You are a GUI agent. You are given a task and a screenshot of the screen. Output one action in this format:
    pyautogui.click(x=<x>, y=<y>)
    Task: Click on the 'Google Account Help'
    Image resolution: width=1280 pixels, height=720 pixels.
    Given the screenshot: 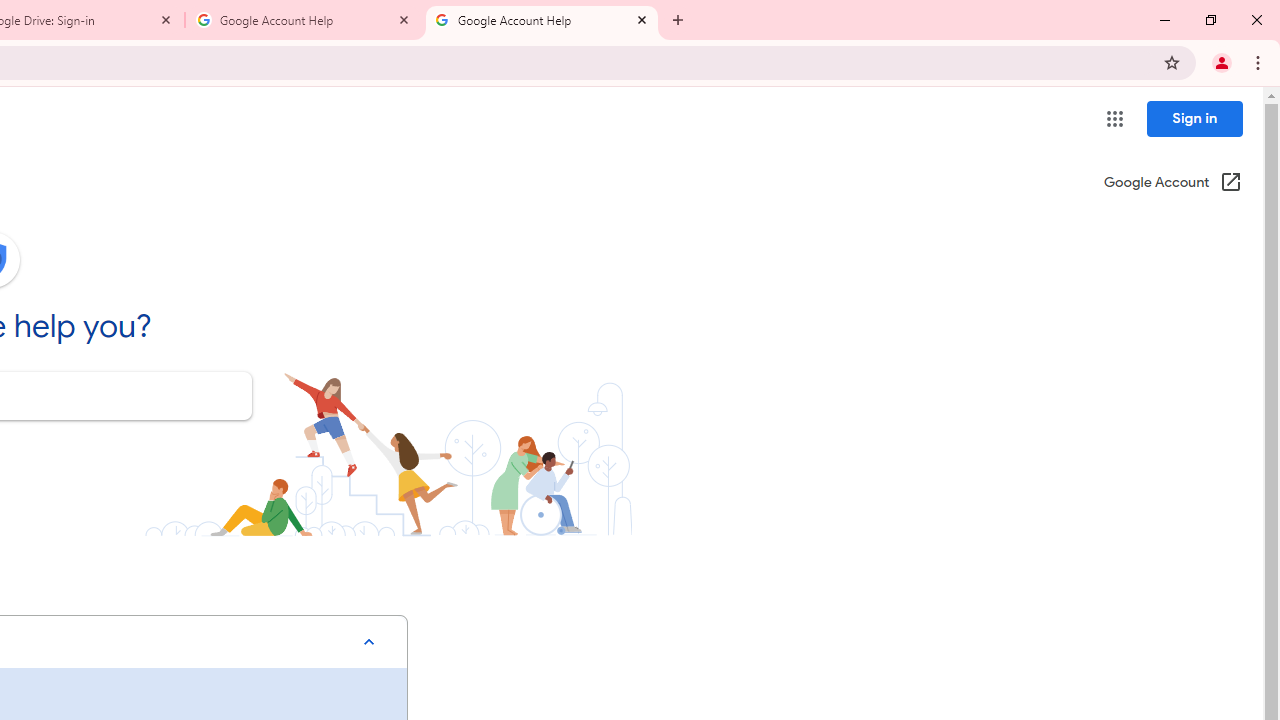 What is the action you would take?
    pyautogui.click(x=303, y=20)
    